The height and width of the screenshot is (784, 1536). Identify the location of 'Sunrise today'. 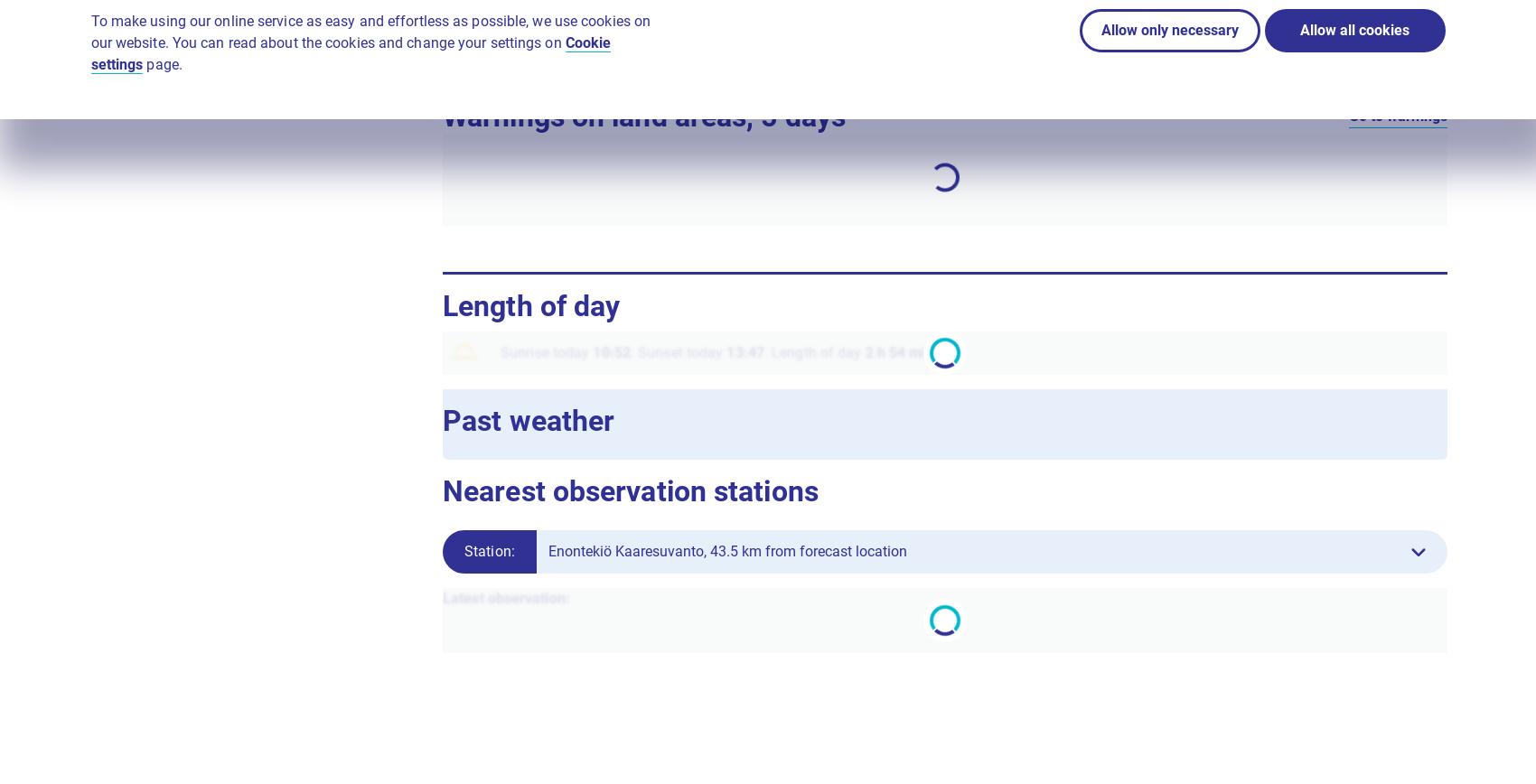
(500, 364).